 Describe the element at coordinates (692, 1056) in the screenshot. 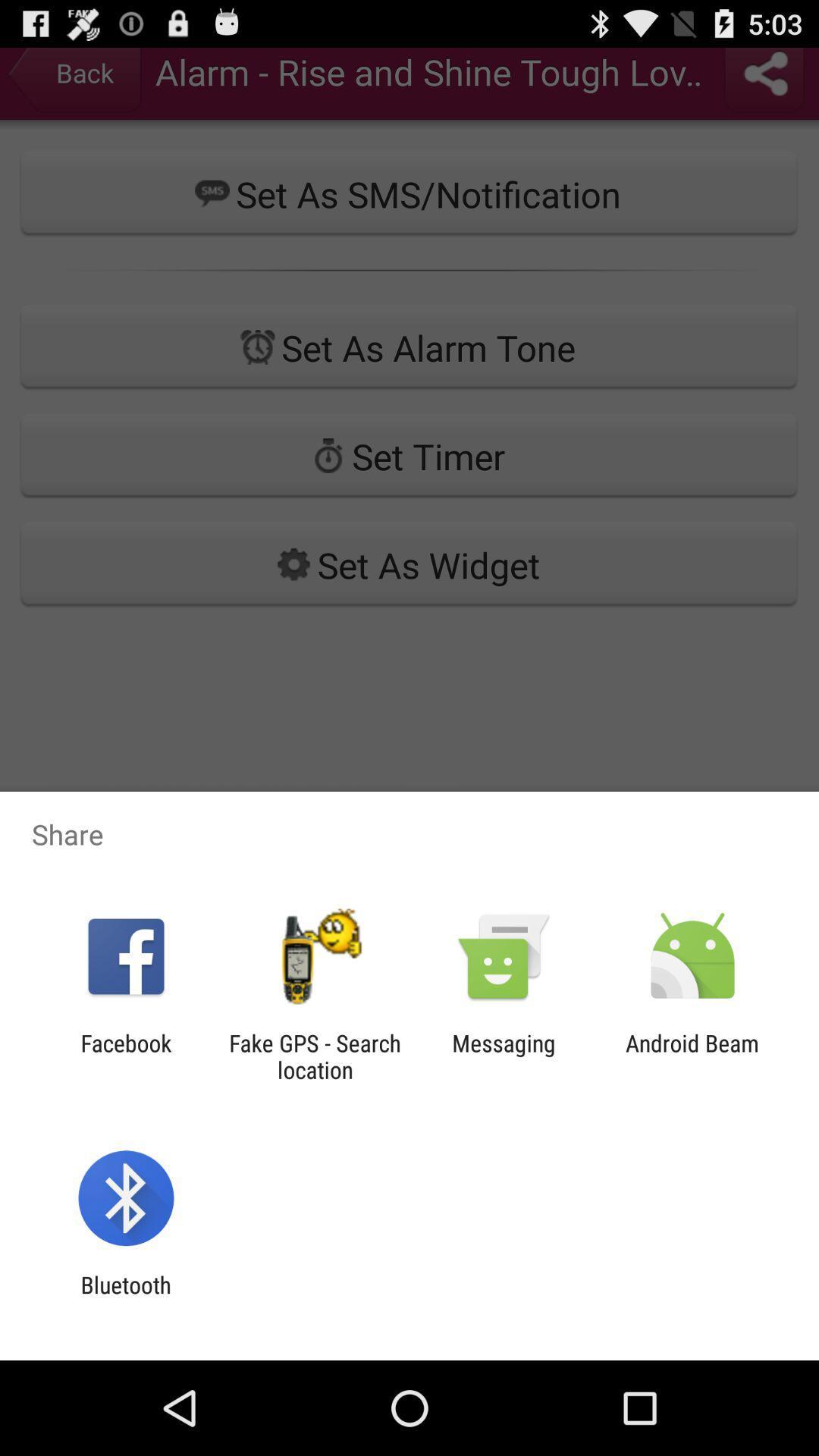

I see `icon to the right of messaging` at that location.